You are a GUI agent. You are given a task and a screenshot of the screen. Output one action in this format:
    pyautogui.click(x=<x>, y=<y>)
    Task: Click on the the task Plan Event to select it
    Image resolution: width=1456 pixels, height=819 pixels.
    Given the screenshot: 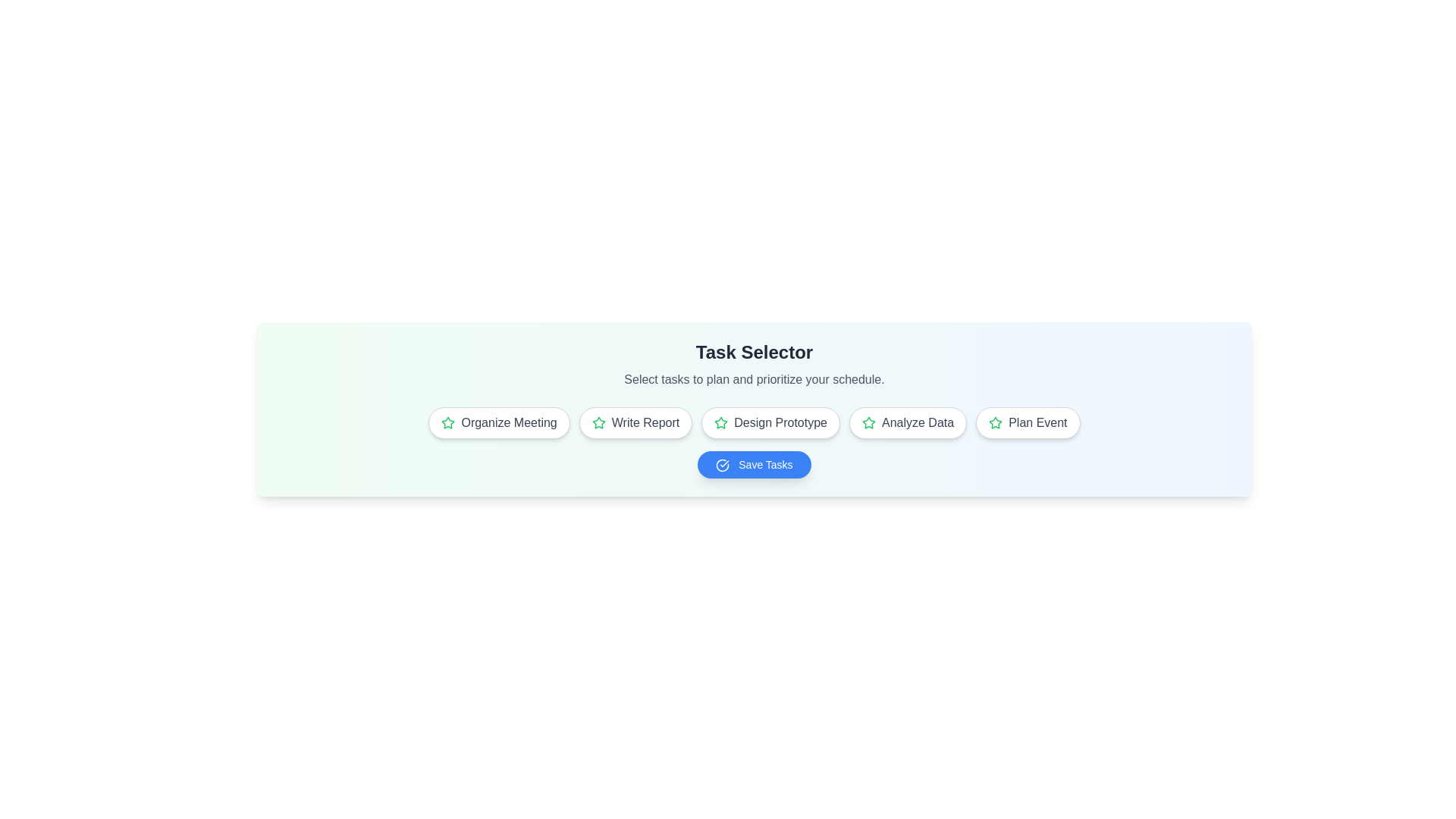 What is the action you would take?
    pyautogui.click(x=1028, y=423)
    